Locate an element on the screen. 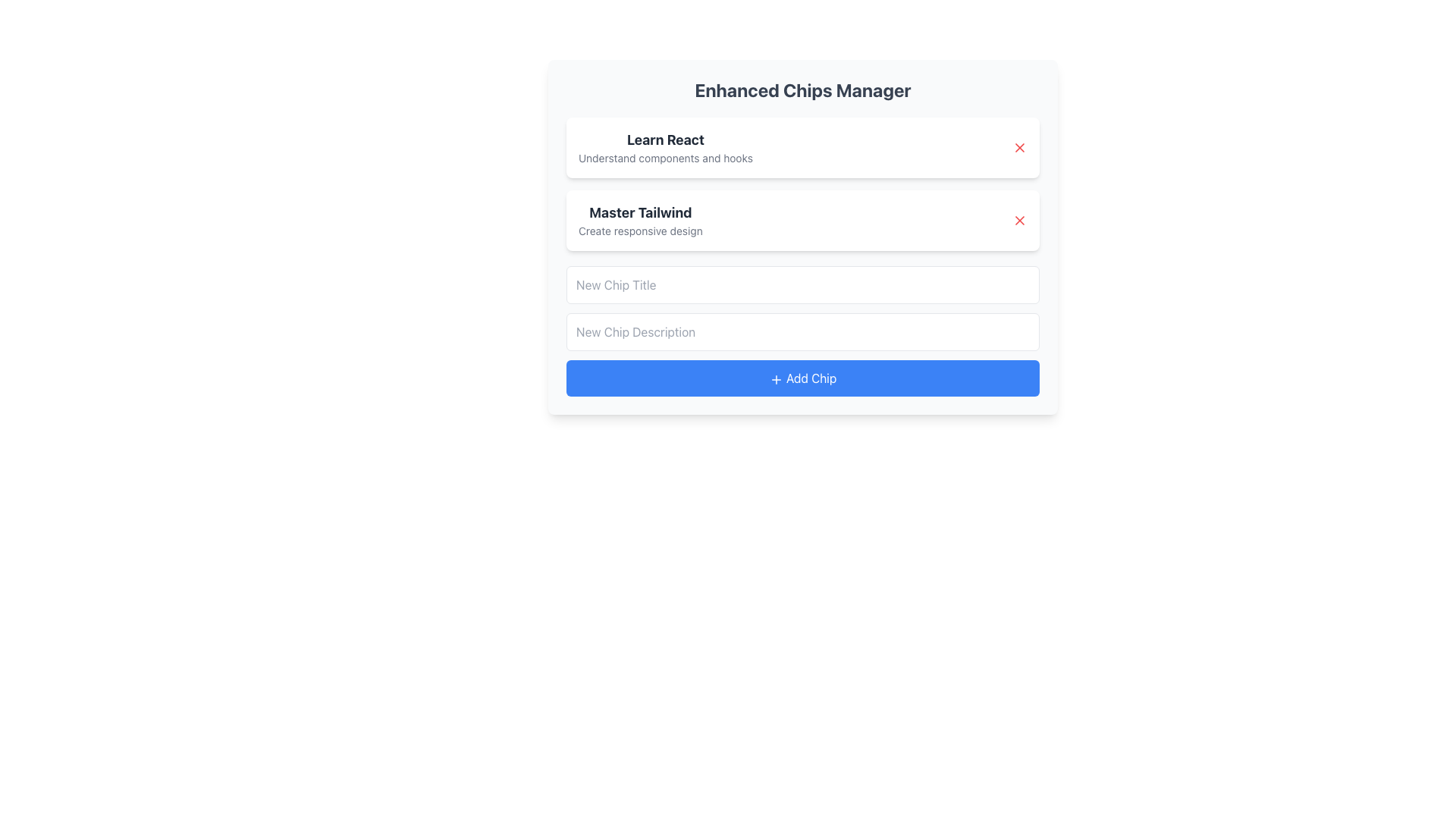  the 'Add Chip' button, which has a vibrant blue background and white text with a plus sign is located at coordinates (802, 377).